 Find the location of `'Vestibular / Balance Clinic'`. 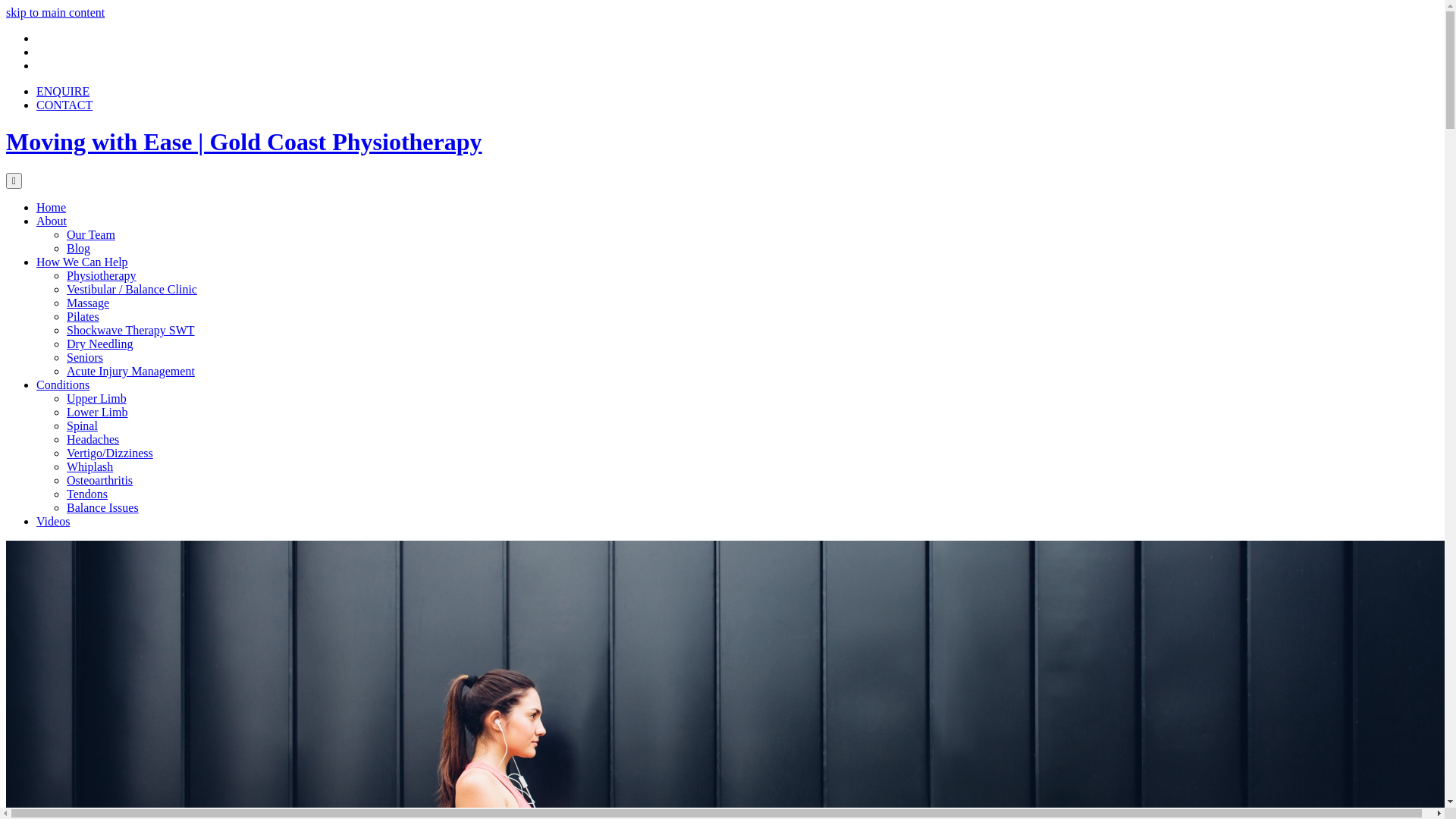

'Vestibular / Balance Clinic' is located at coordinates (131, 289).